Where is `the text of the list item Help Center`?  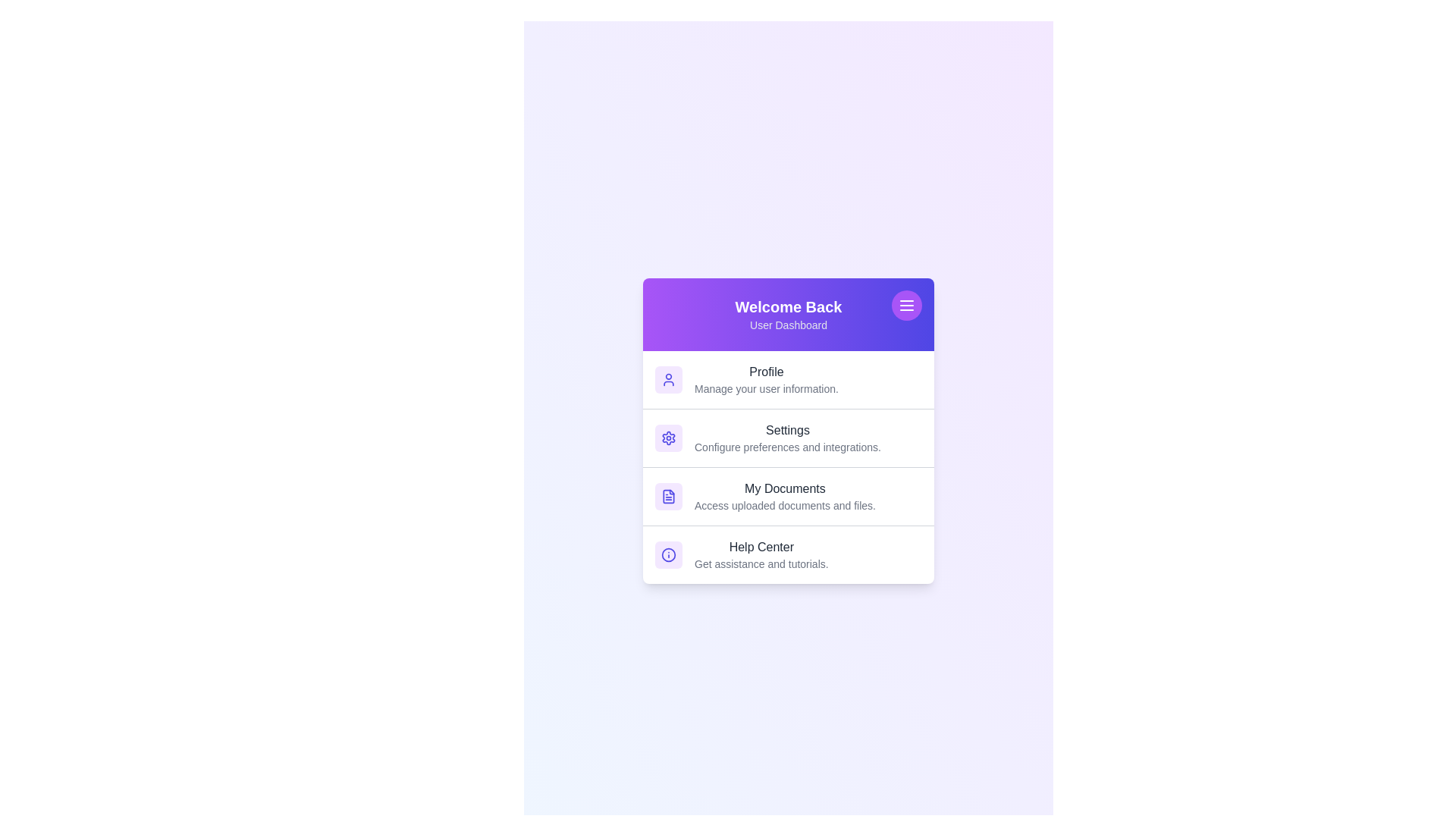 the text of the list item Help Center is located at coordinates (789, 547).